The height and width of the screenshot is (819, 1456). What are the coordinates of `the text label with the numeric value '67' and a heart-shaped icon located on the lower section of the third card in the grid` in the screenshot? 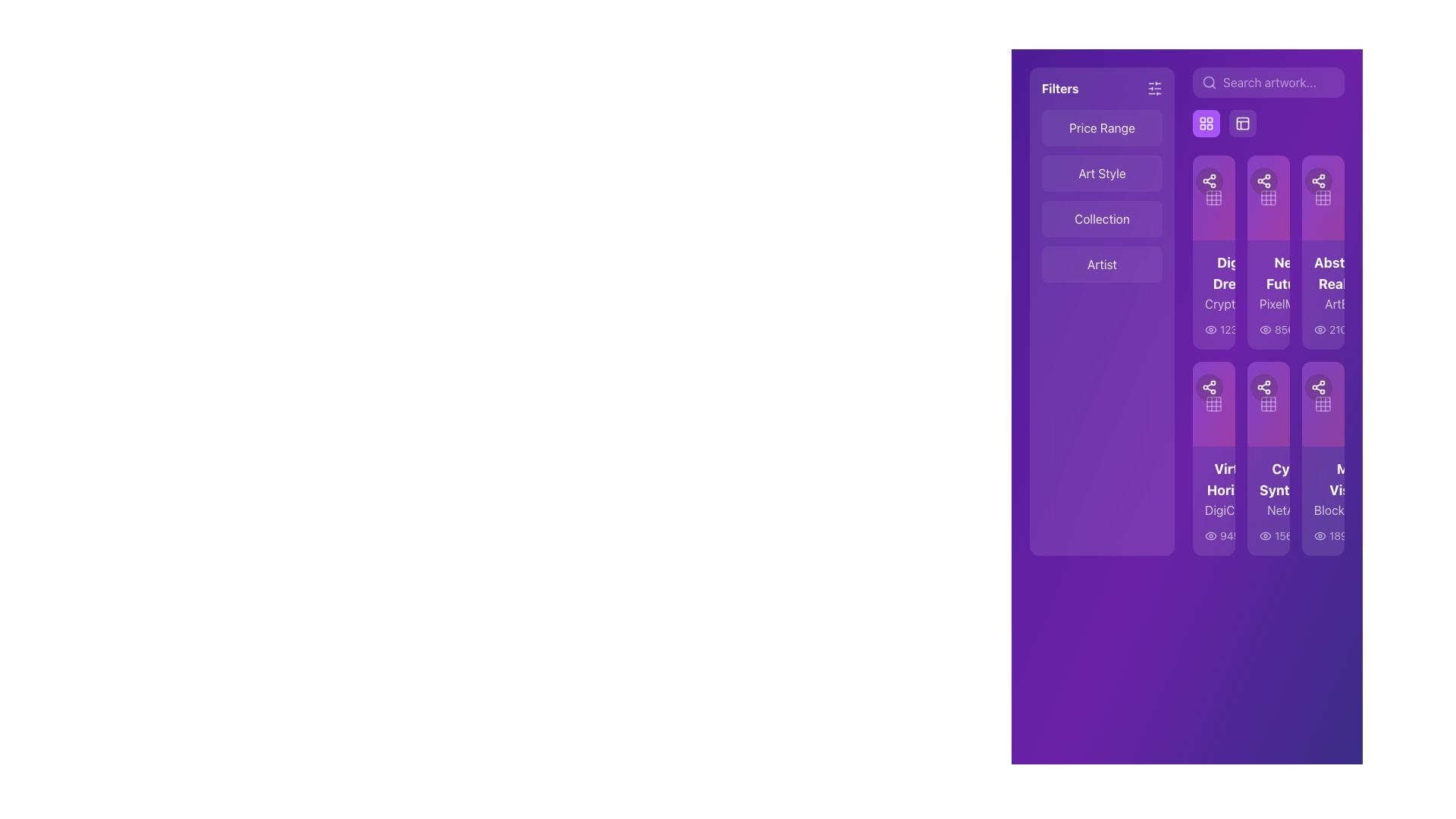 It's located at (1307, 329).